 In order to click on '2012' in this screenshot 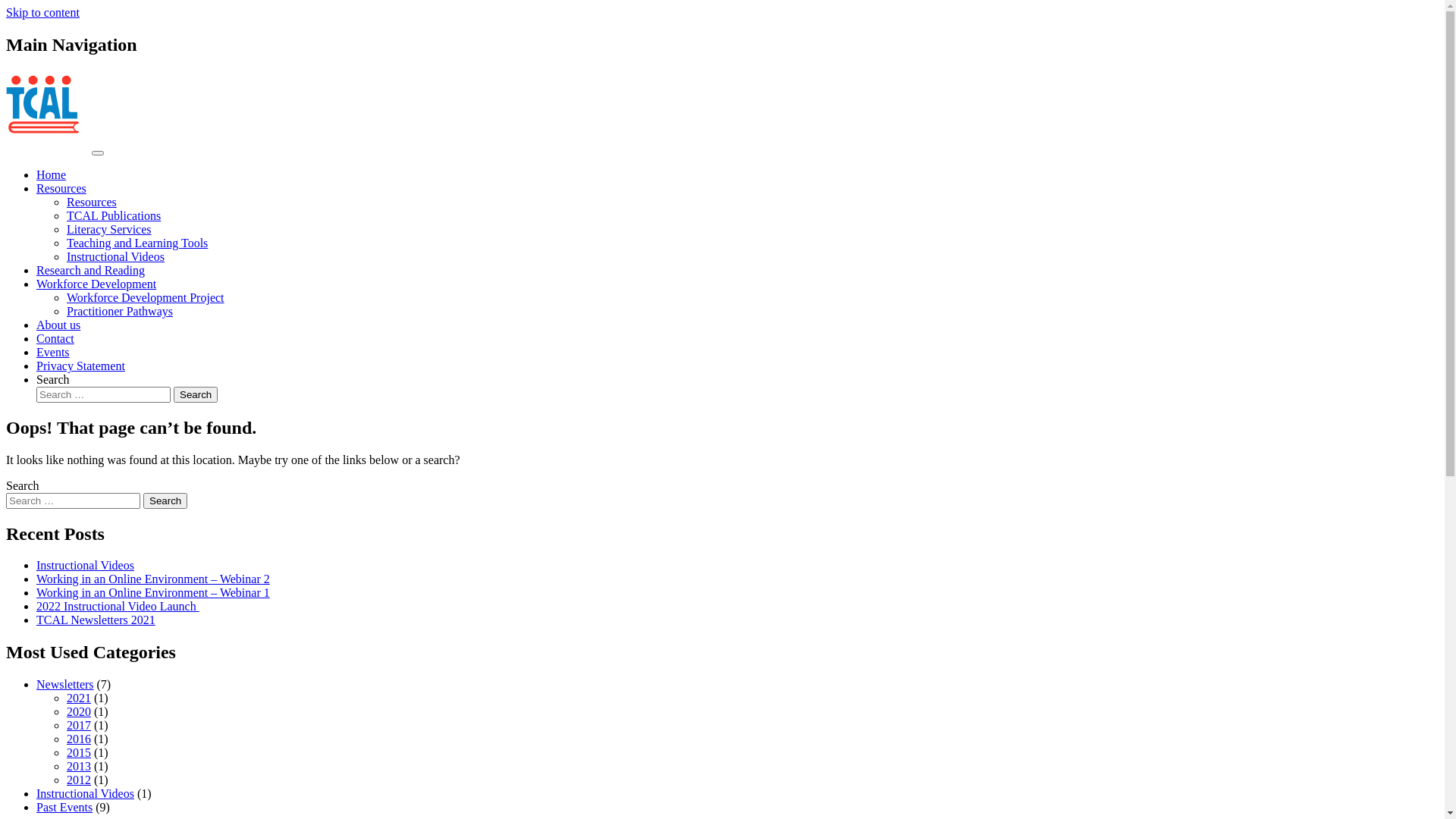, I will do `click(78, 780)`.